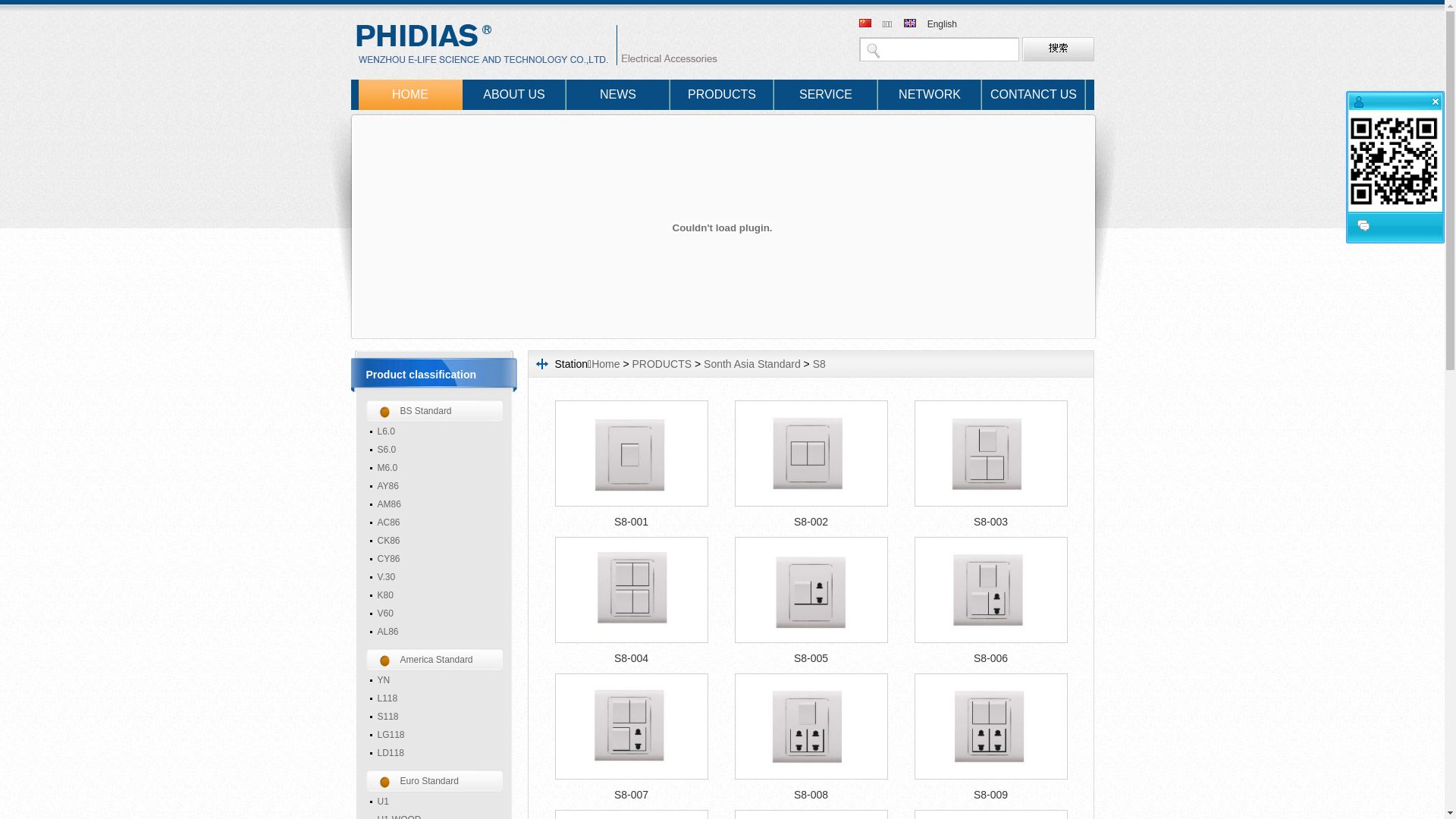 The height and width of the screenshot is (819, 1456). Describe the element at coordinates (631, 794) in the screenshot. I see `'S8-007'` at that location.